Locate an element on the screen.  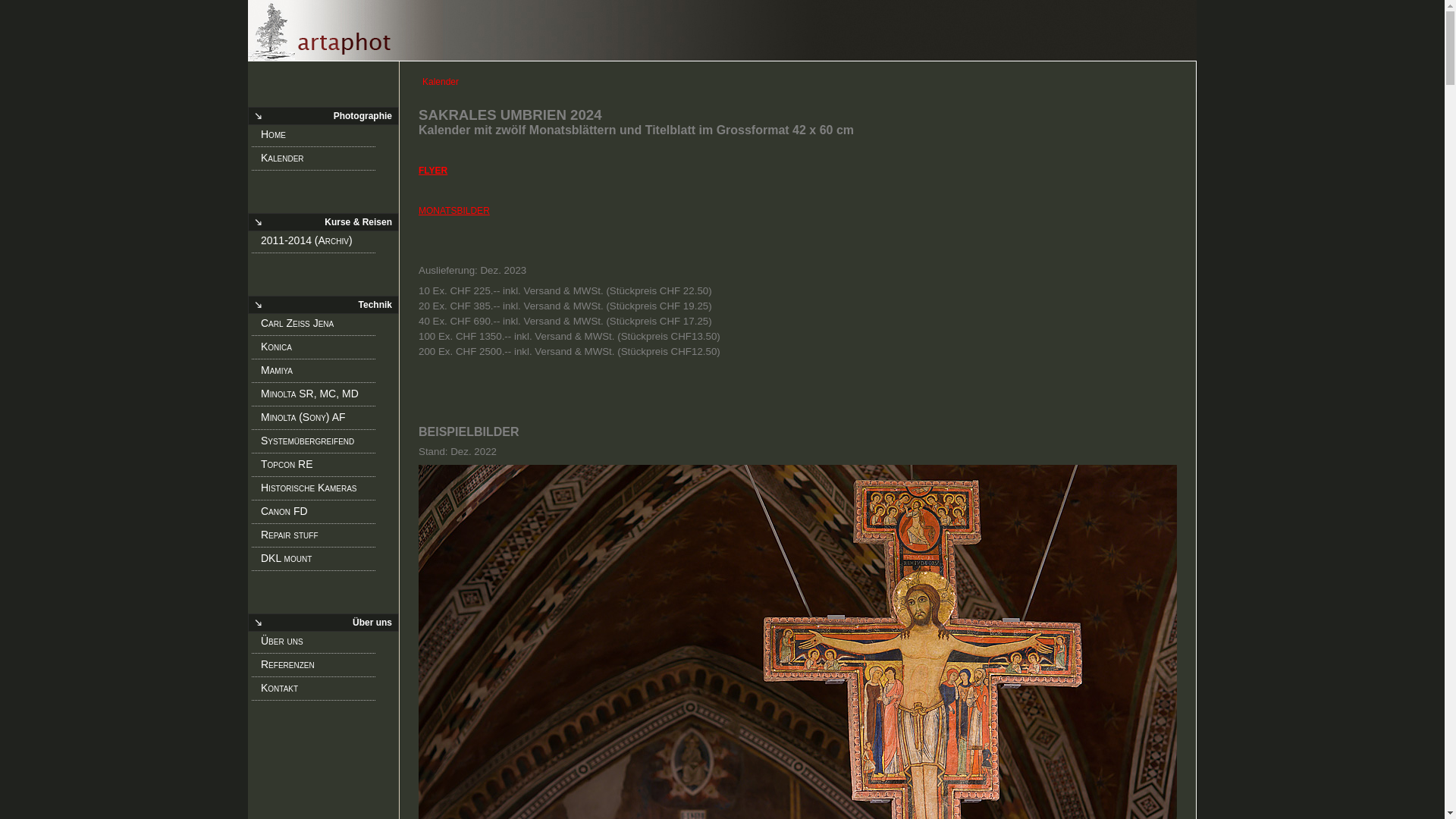
'Kalender' is located at coordinates (721, 30).